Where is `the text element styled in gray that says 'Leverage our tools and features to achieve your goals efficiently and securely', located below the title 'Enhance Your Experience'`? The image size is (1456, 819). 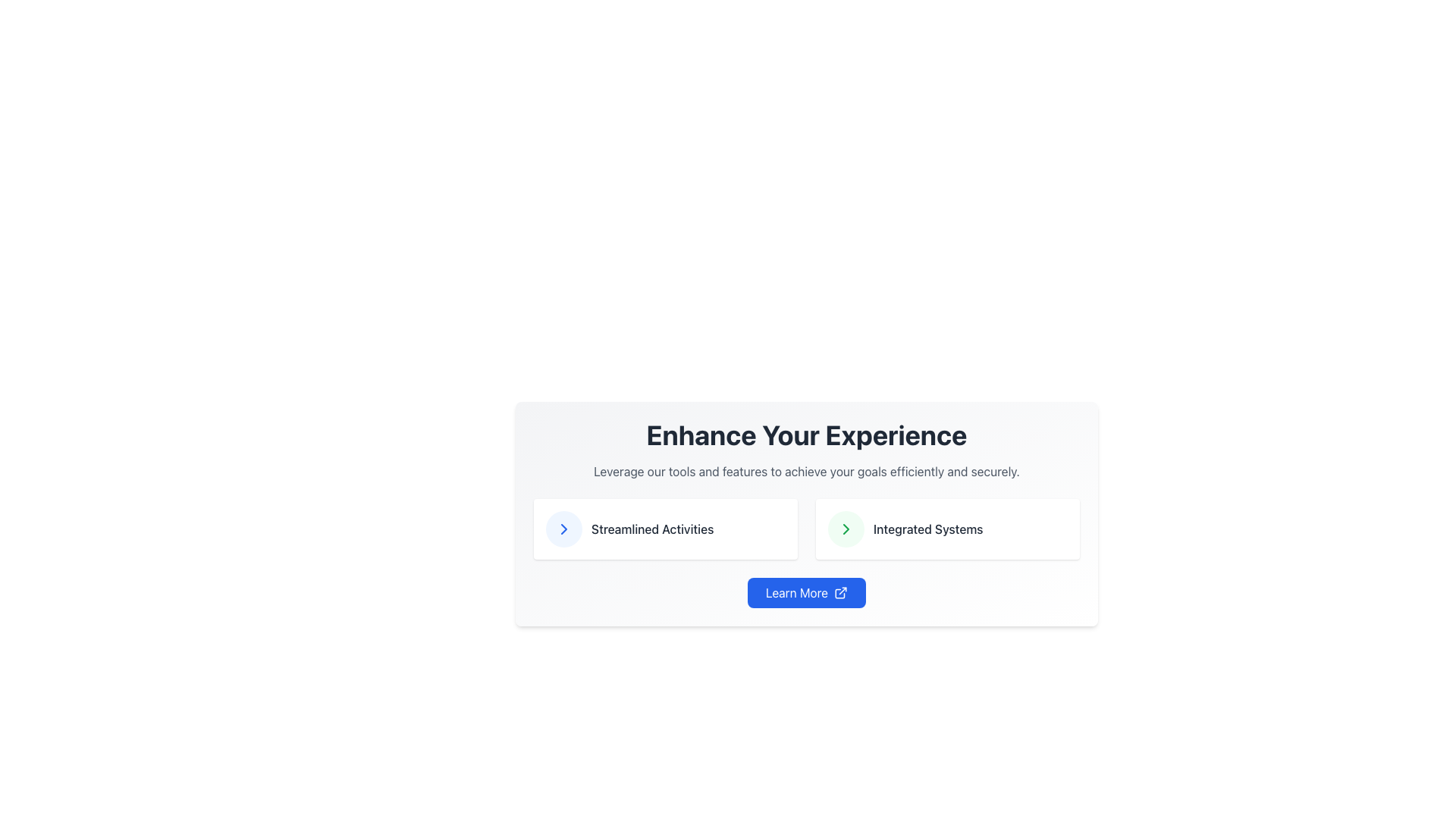 the text element styled in gray that says 'Leverage our tools and features to achieve your goals efficiently and securely', located below the title 'Enhance Your Experience' is located at coordinates (806, 470).